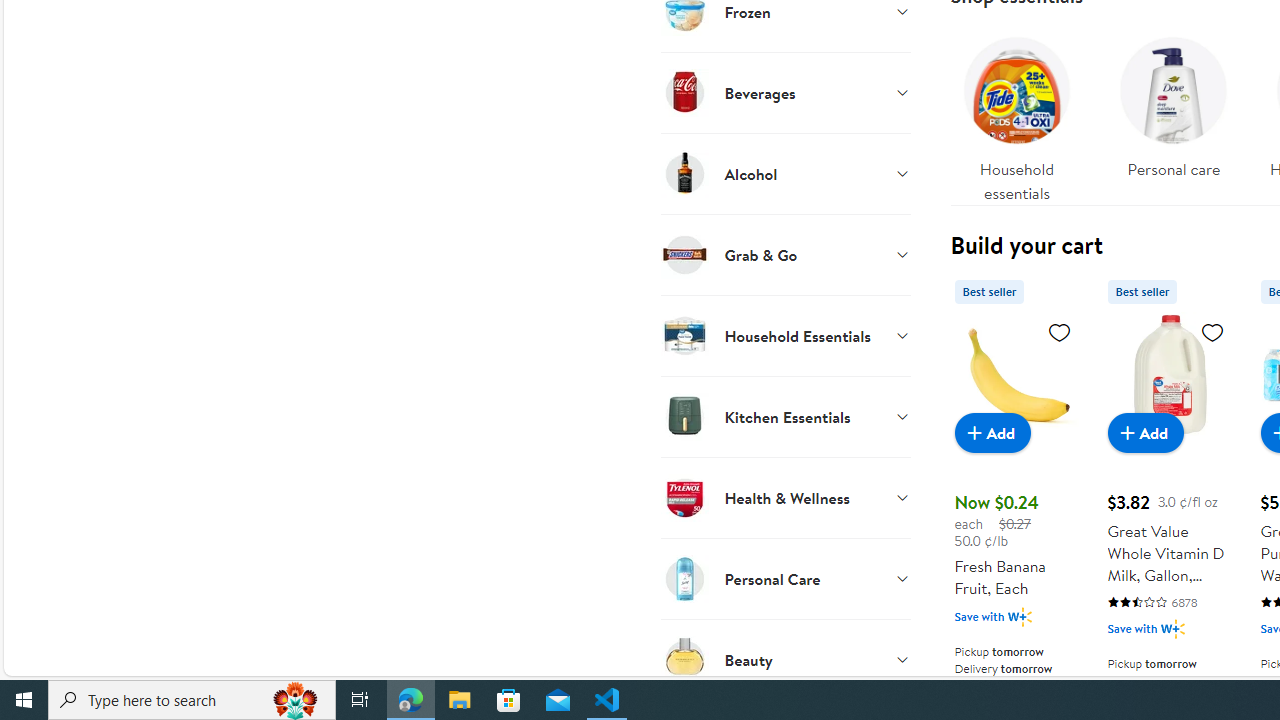 The image size is (1280, 720). Describe the element at coordinates (1173, 627) in the screenshot. I see `'Walmart Plus'` at that location.